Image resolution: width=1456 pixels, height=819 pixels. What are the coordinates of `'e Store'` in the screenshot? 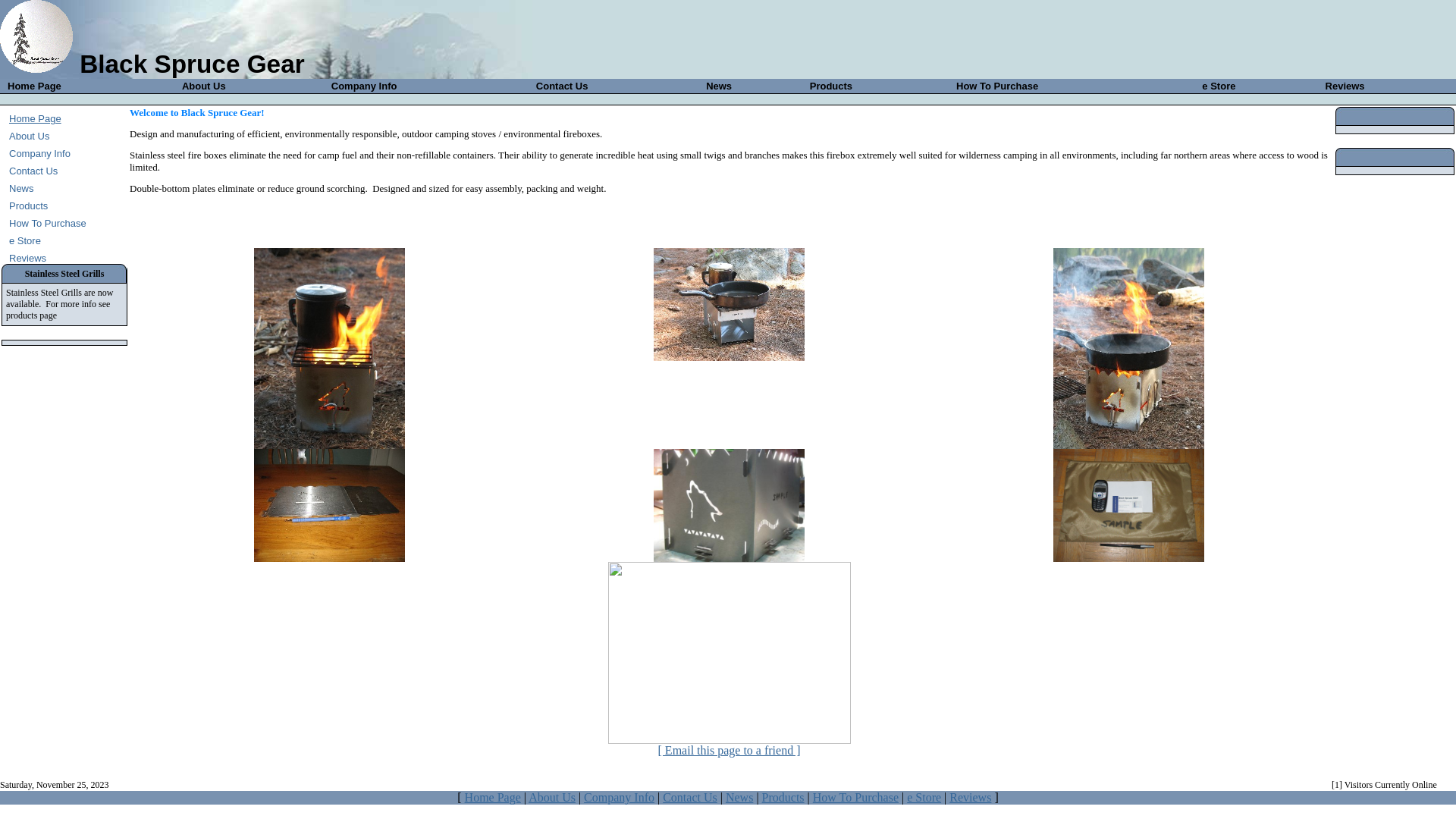 It's located at (923, 796).